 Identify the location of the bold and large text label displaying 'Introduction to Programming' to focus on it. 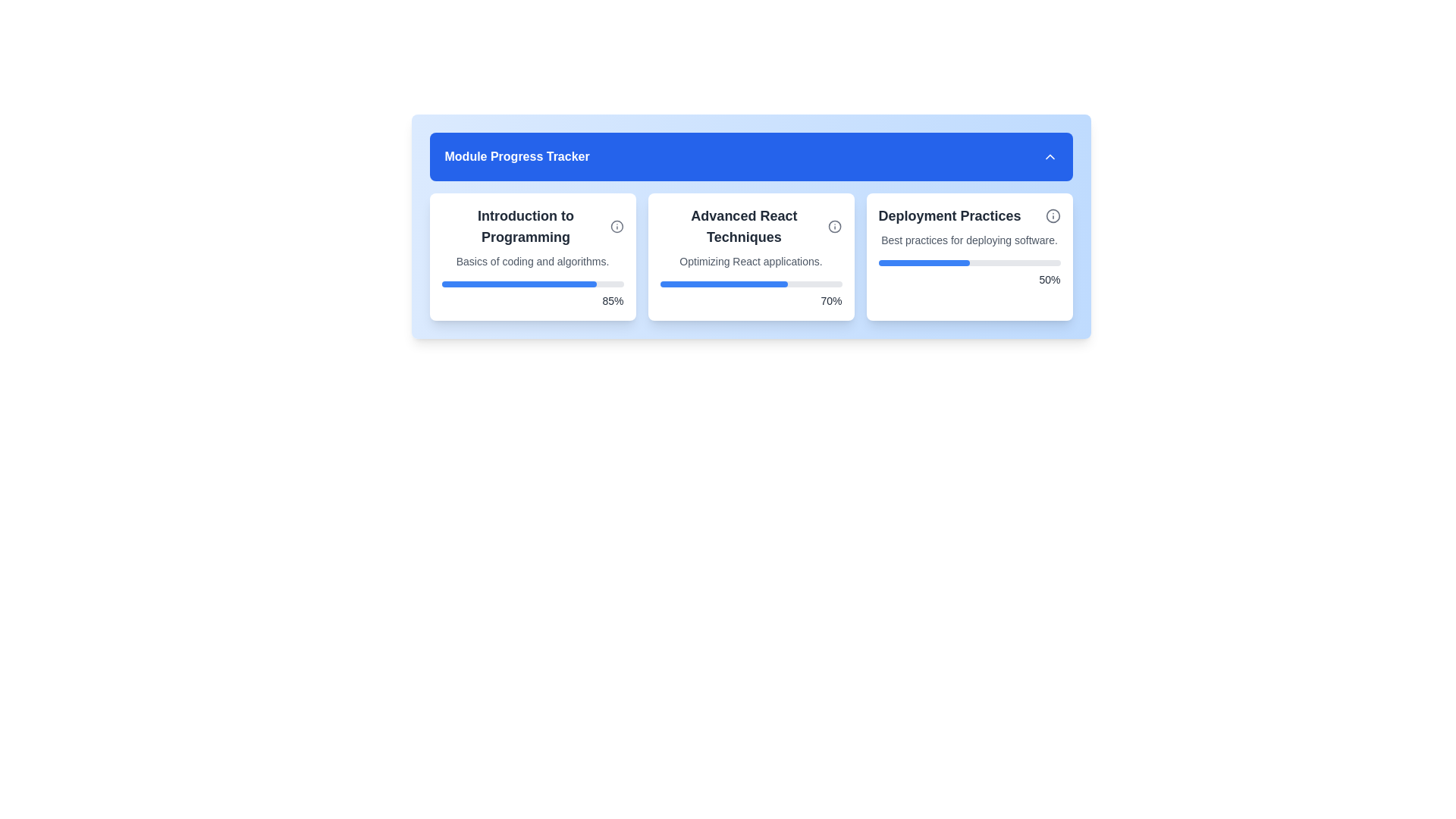
(532, 227).